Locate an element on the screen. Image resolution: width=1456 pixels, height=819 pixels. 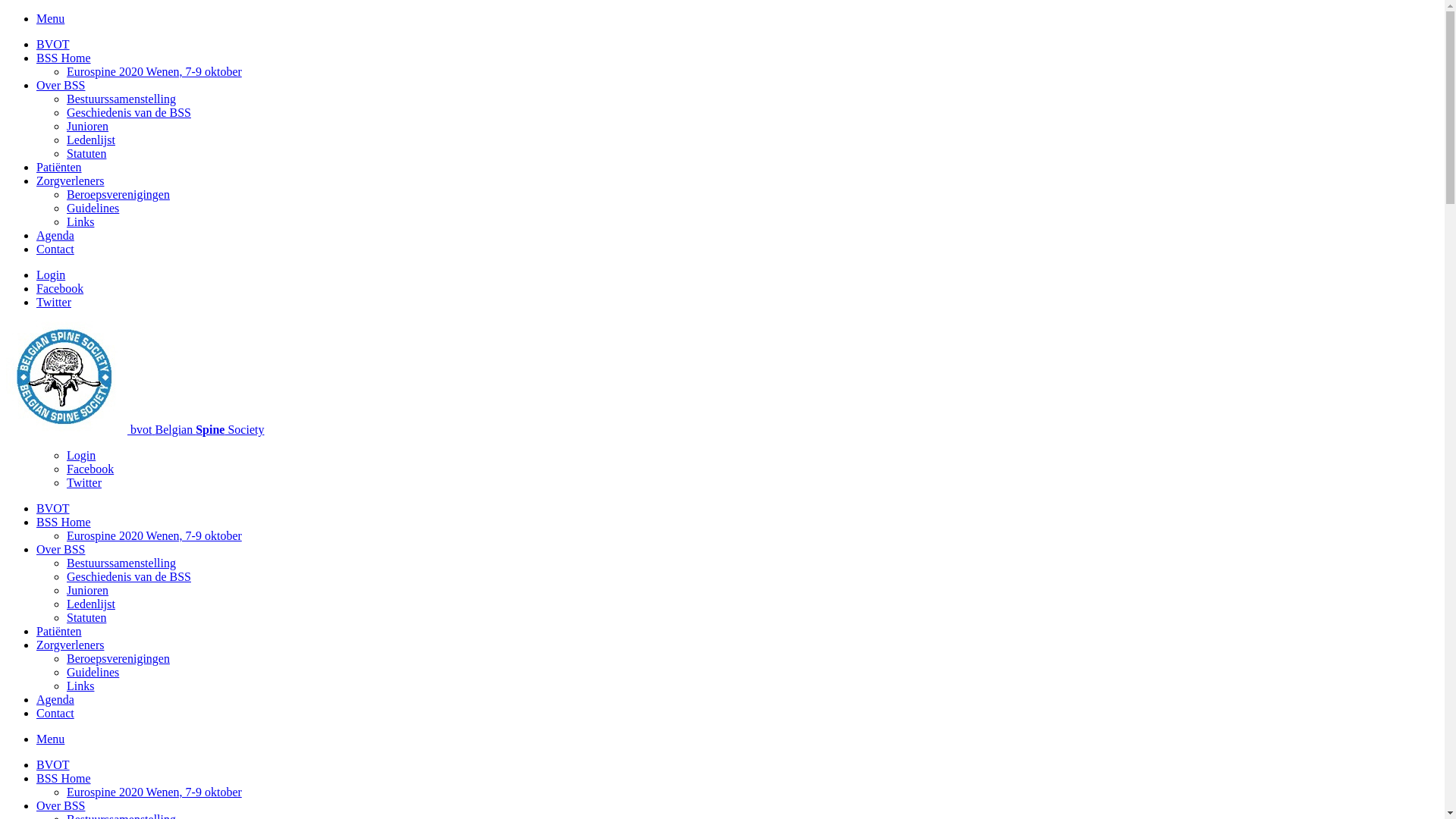
'Login' is located at coordinates (65, 454).